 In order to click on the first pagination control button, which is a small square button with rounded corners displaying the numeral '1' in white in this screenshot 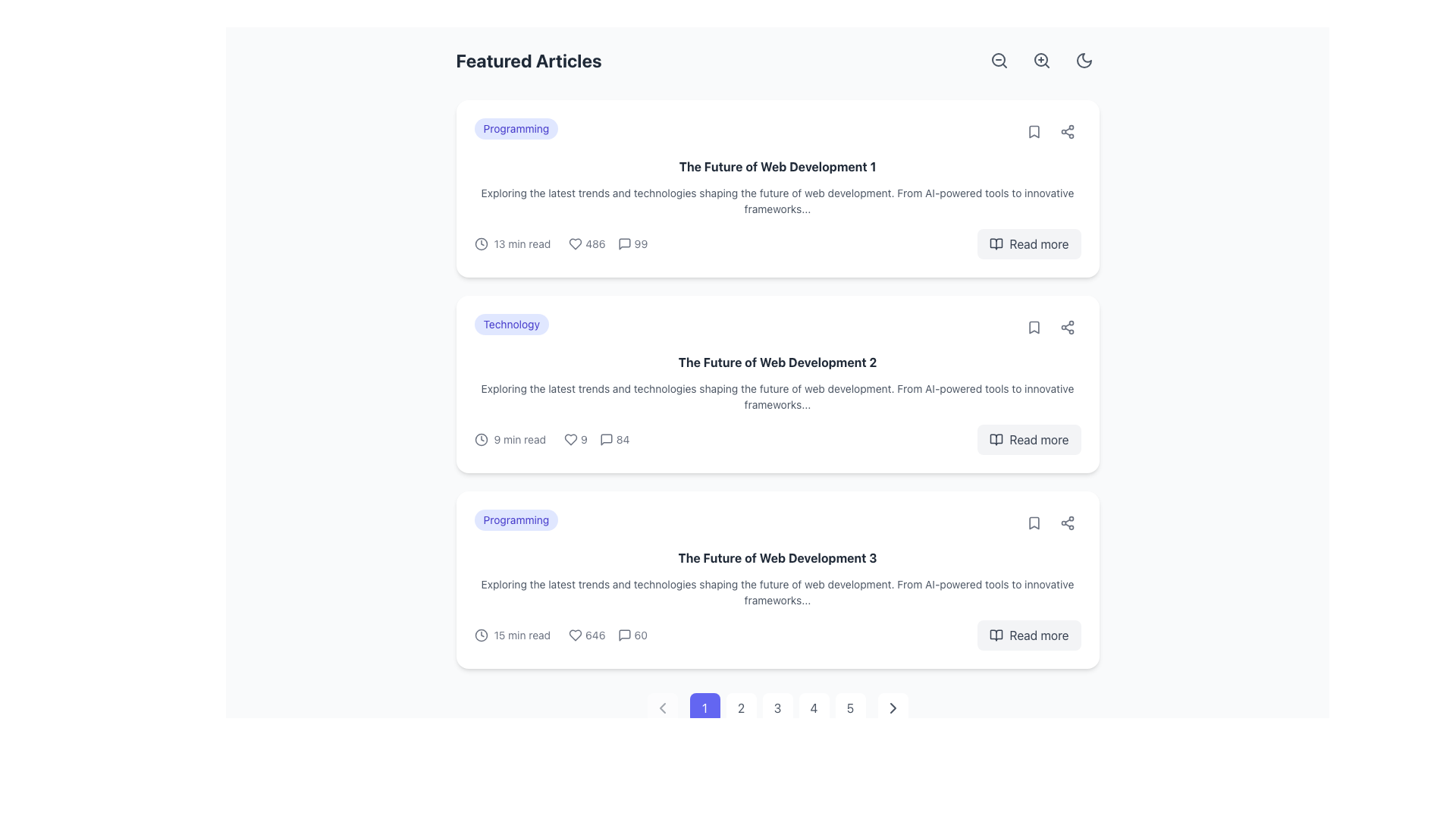, I will do `click(704, 708)`.